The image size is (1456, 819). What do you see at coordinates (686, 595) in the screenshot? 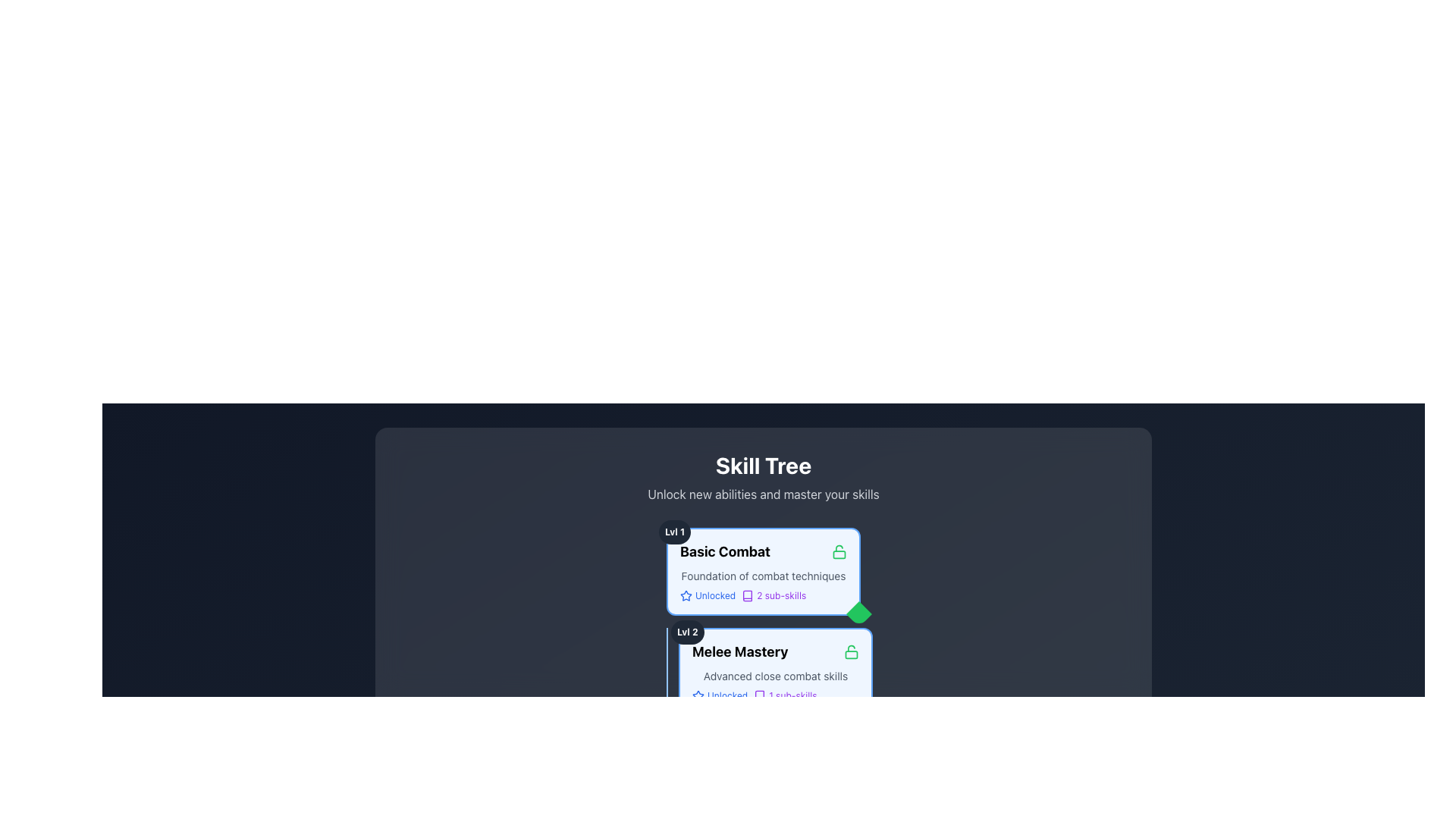
I see `the star icon located at the top-right corner of the 'Basic Combat' skill box in the Skill Tree interface, which indicates favorites or achievements` at bounding box center [686, 595].